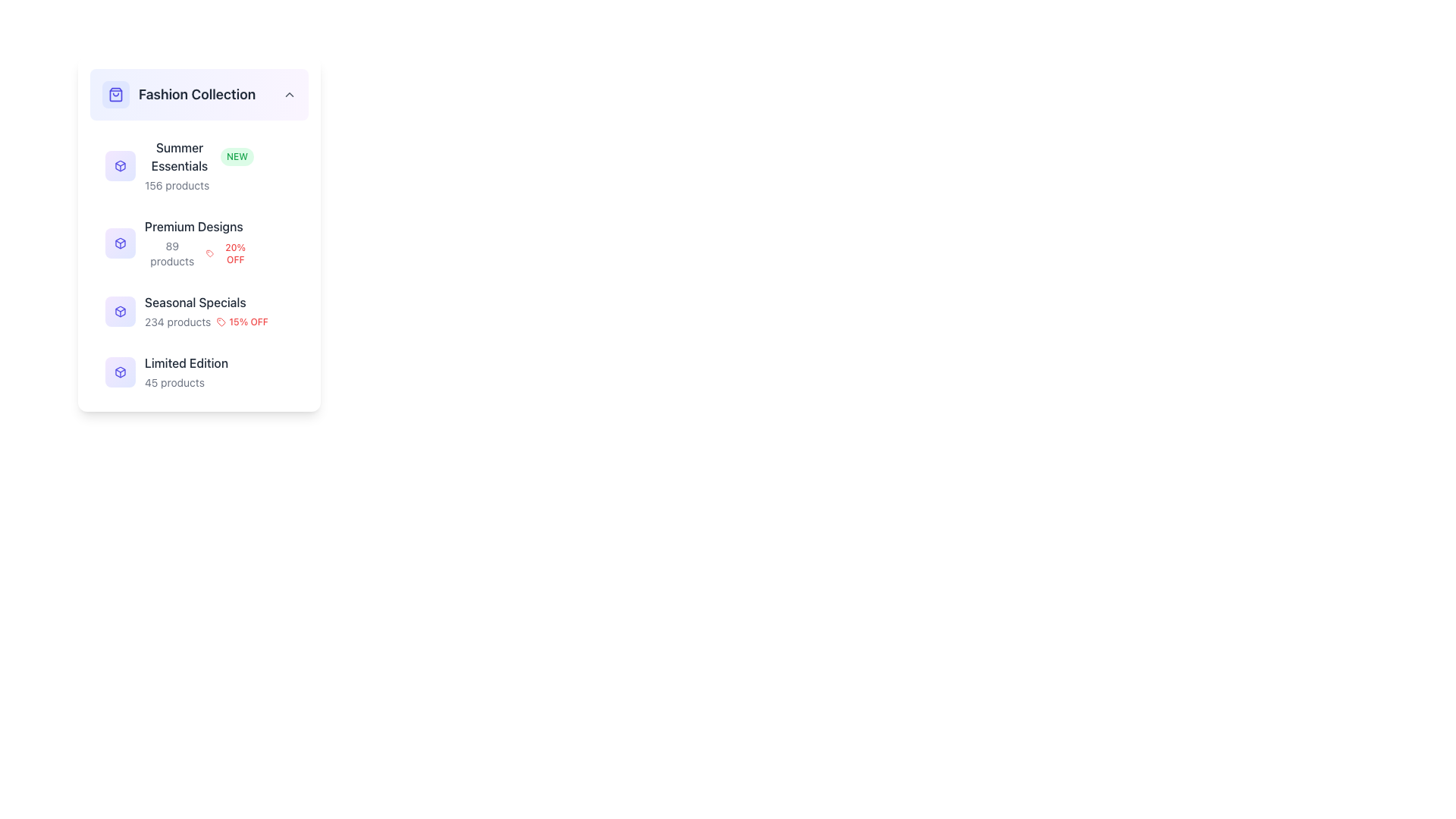  What do you see at coordinates (199, 234) in the screenshot?
I see `the 'Premium Designs' category item, which is the second item in the vertical list and positioned between 'Summer Essentials' and 'Seasonal Specials'` at bounding box center [199, 234].